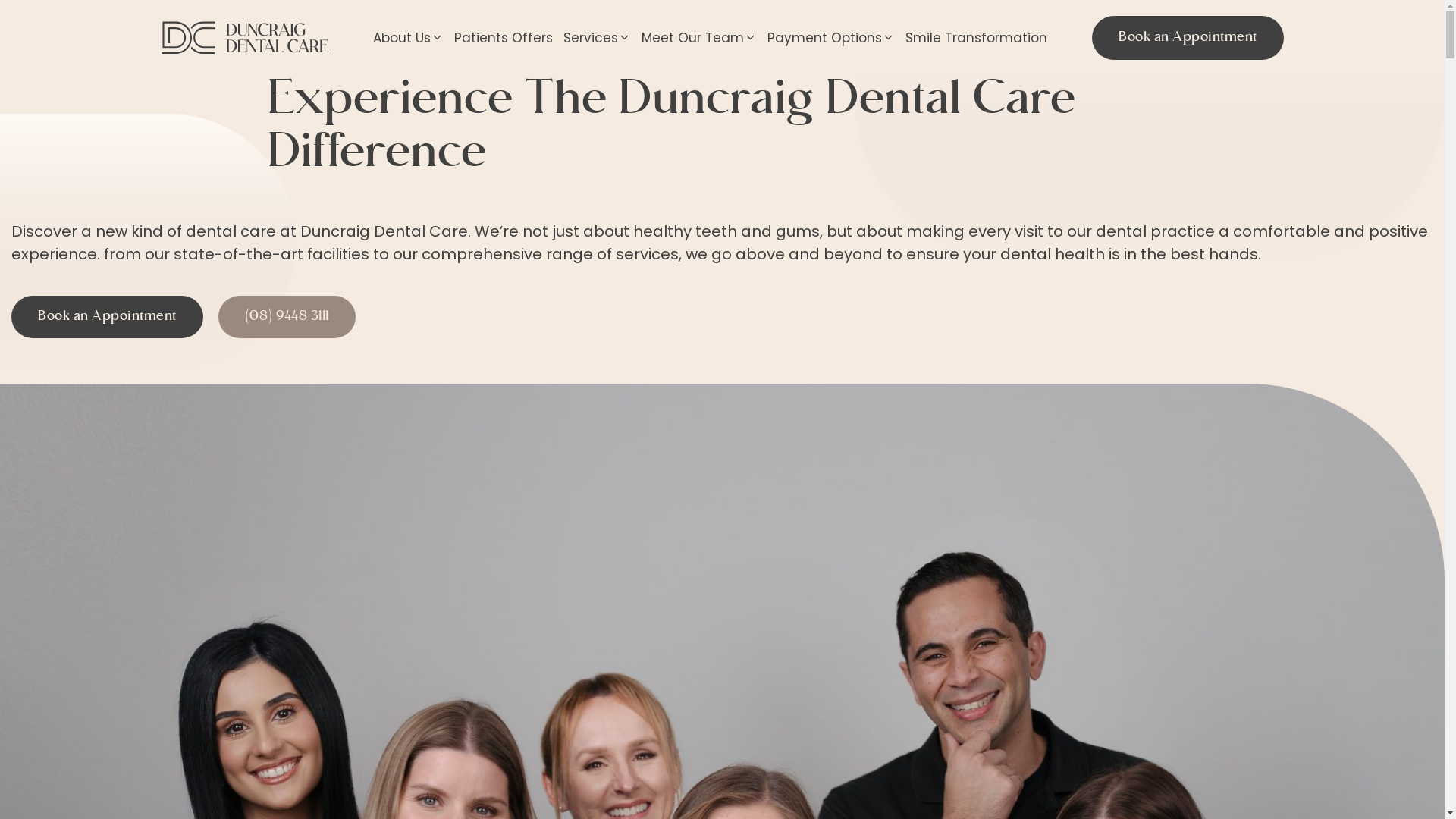 The width and height of the screenshot is (1456, 819). I want to click on 'Book an Appointment', so click(1187, 37).